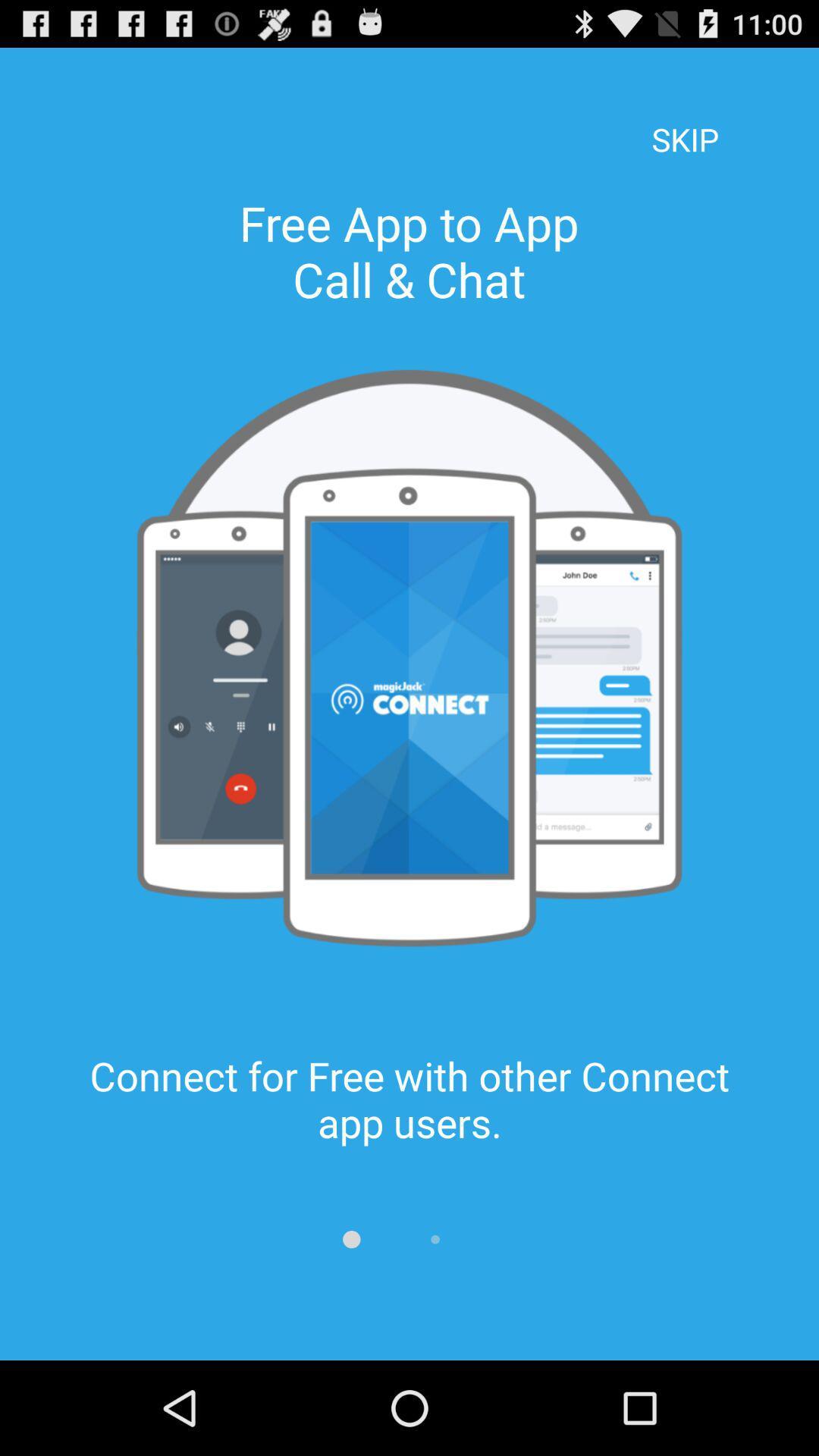  I want to click on the item below the connect for free item, so click(435, 1239).